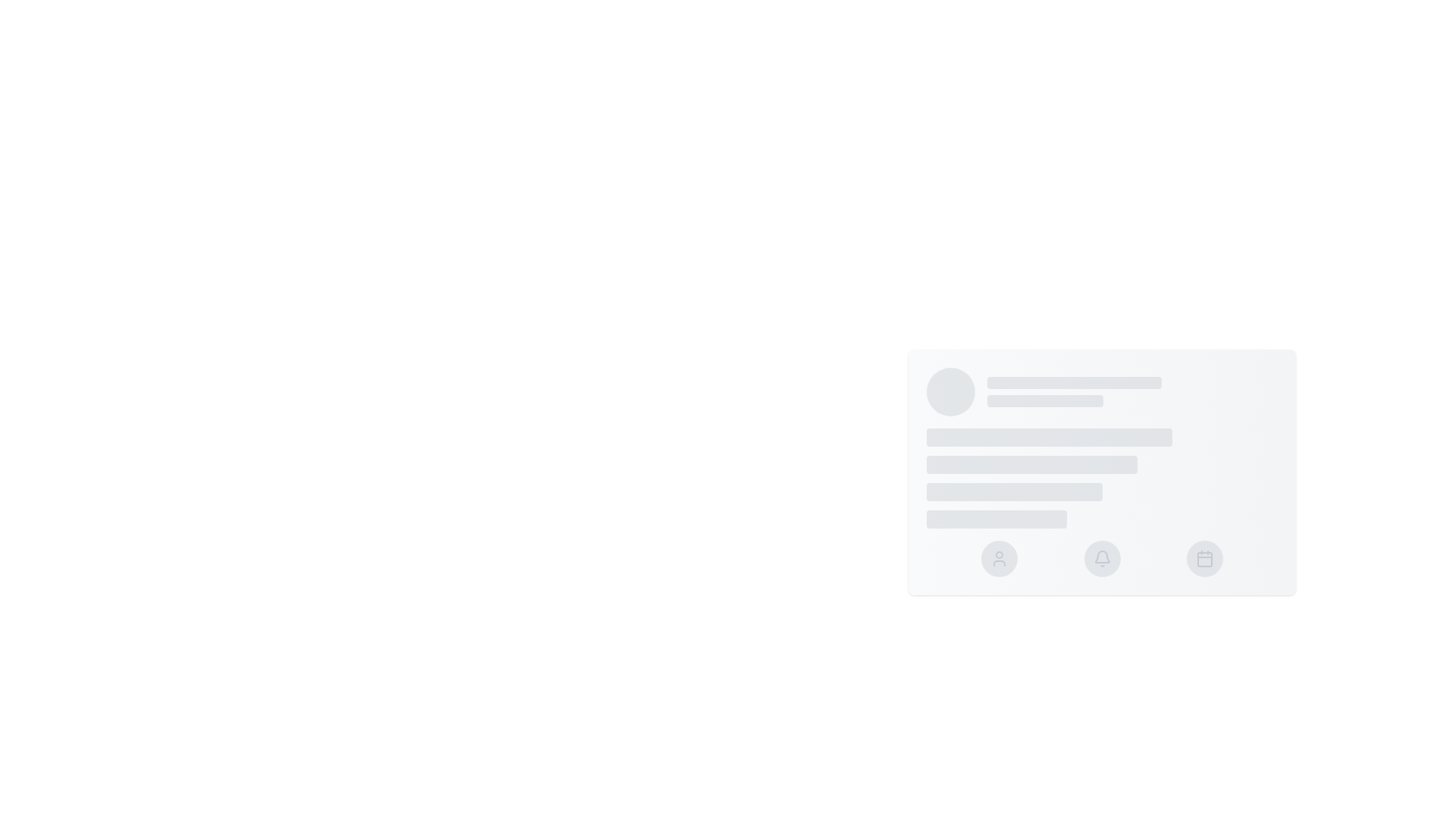  I want to click on the Content Placeholder located centrally within the rectangular card, positioned below the header-like region, so click(1102, 479).